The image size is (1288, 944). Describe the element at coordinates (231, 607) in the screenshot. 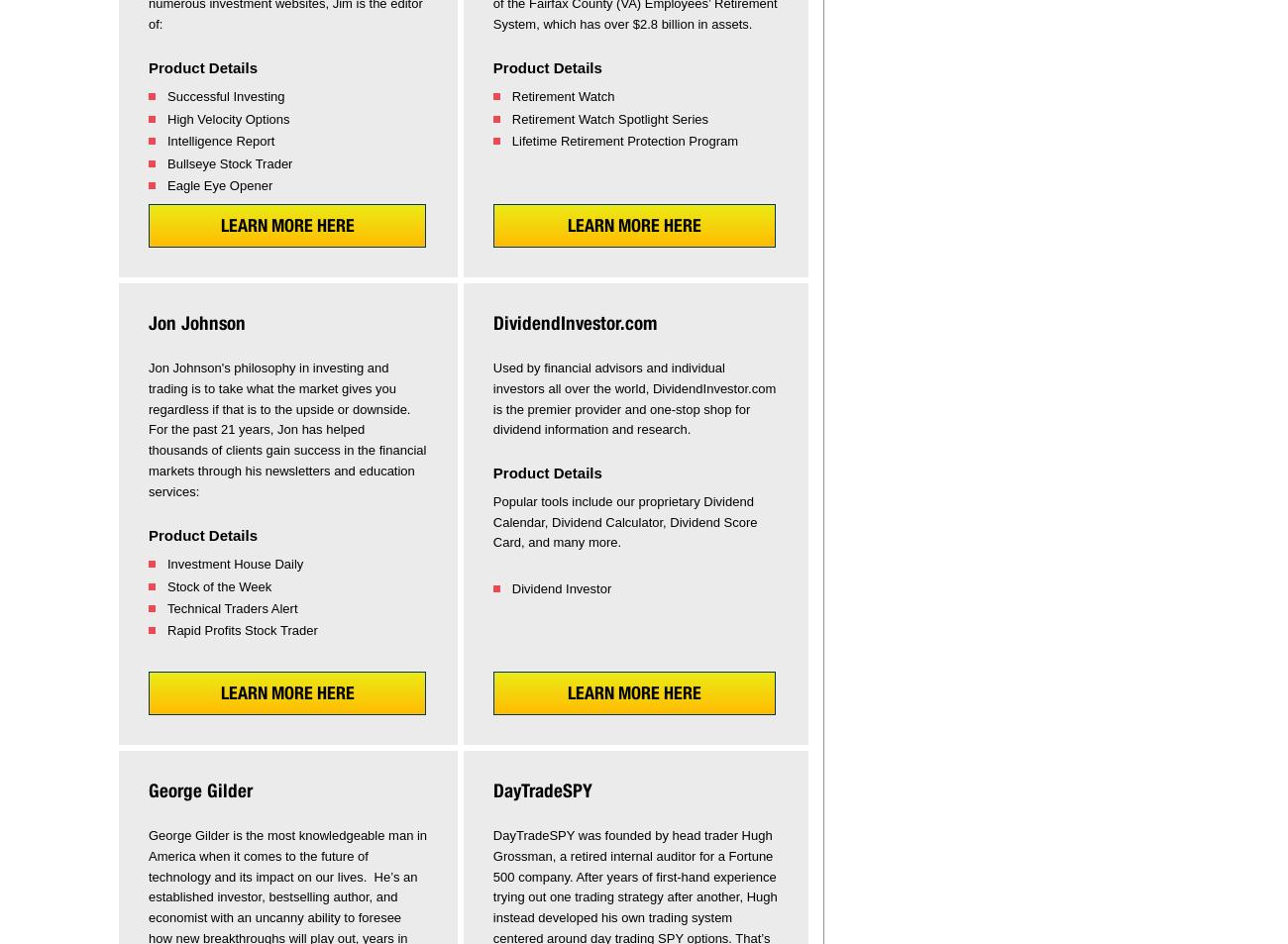

I see `'Technical Traders Alert'` at that location.